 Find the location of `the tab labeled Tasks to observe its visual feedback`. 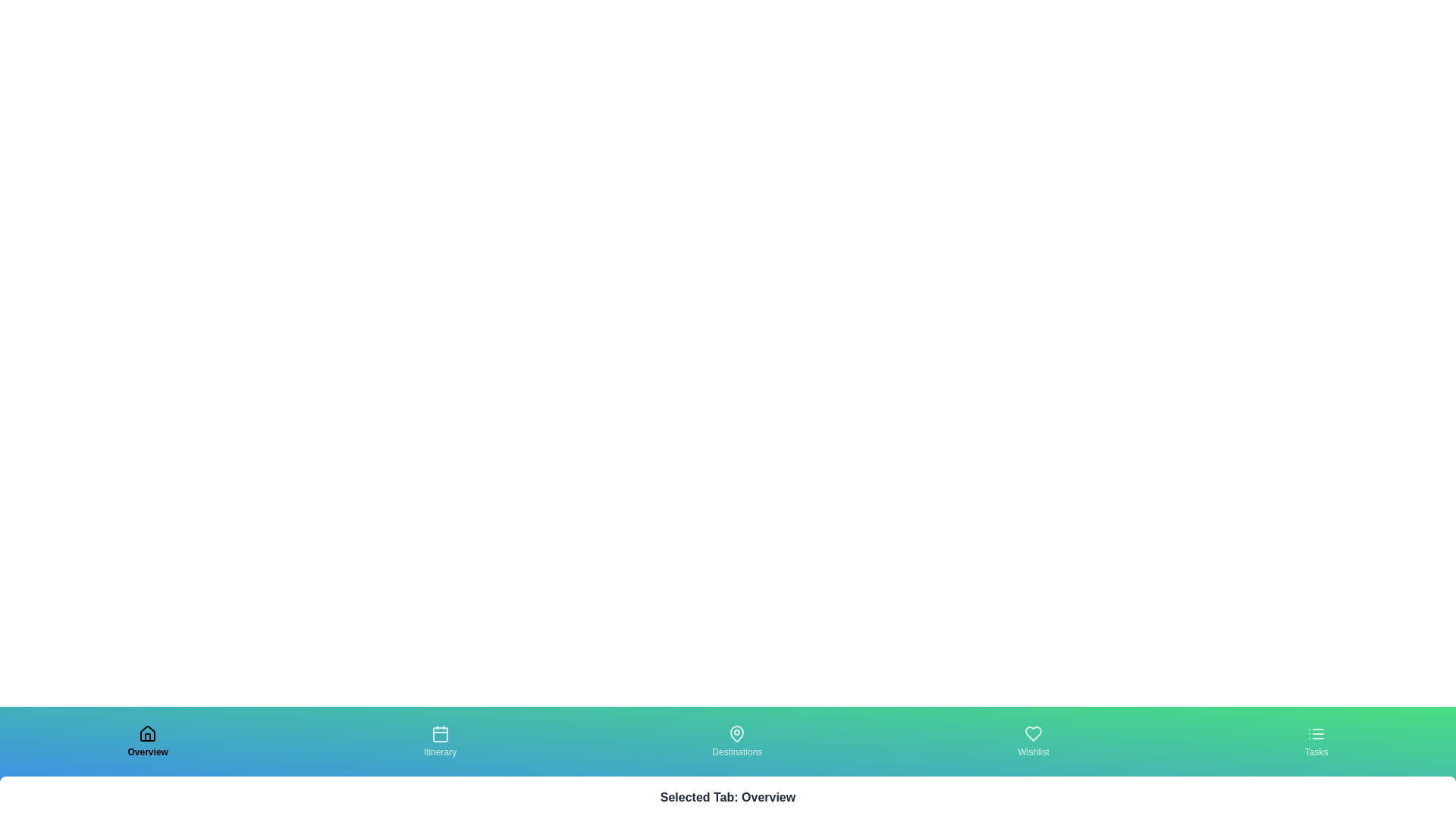

the tab labeled Tasks to observe its visual feedback is located at coordinates (1316, 741).